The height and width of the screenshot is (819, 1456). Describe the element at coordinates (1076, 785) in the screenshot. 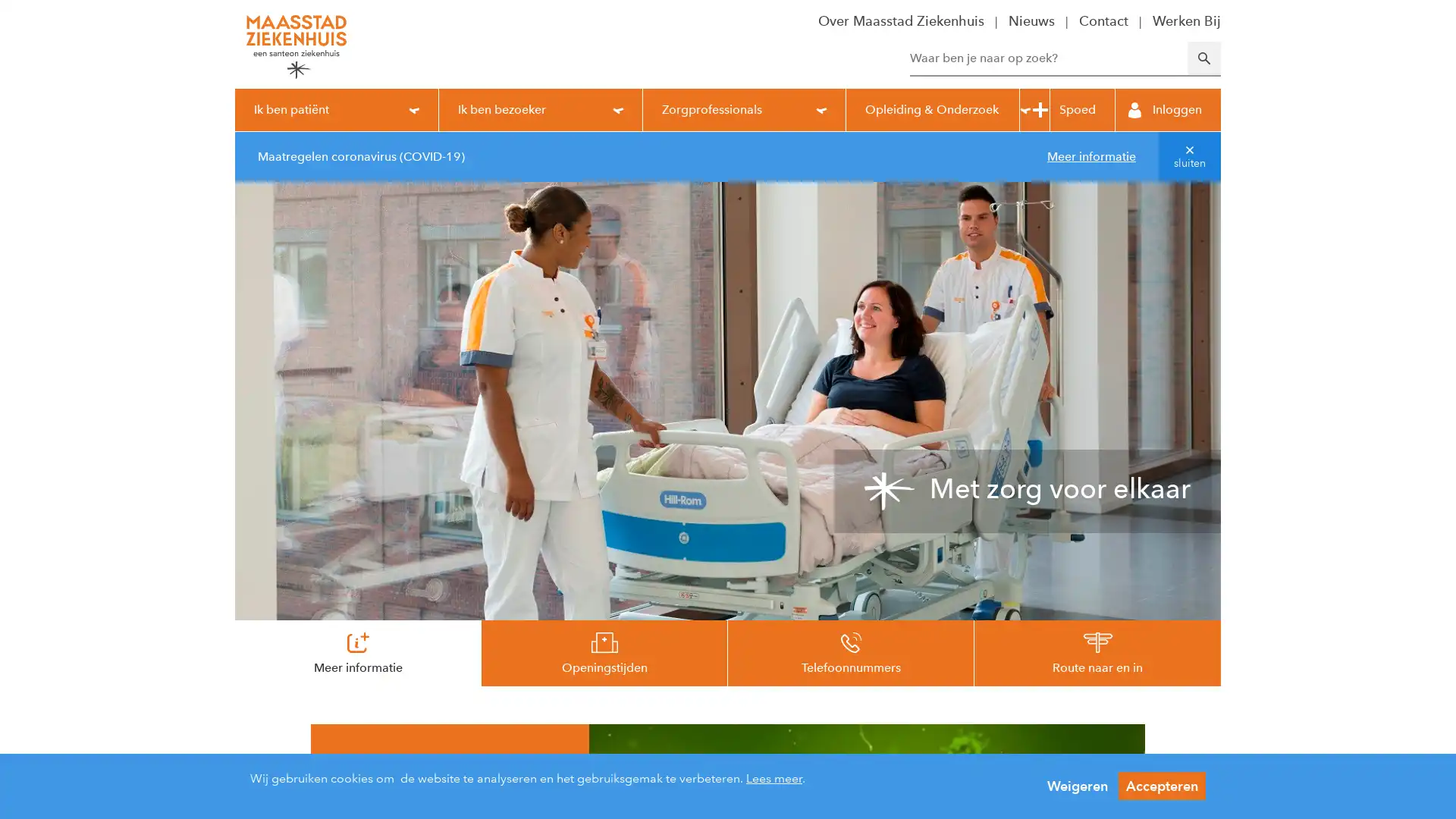

I see `Weigeren` at that location.